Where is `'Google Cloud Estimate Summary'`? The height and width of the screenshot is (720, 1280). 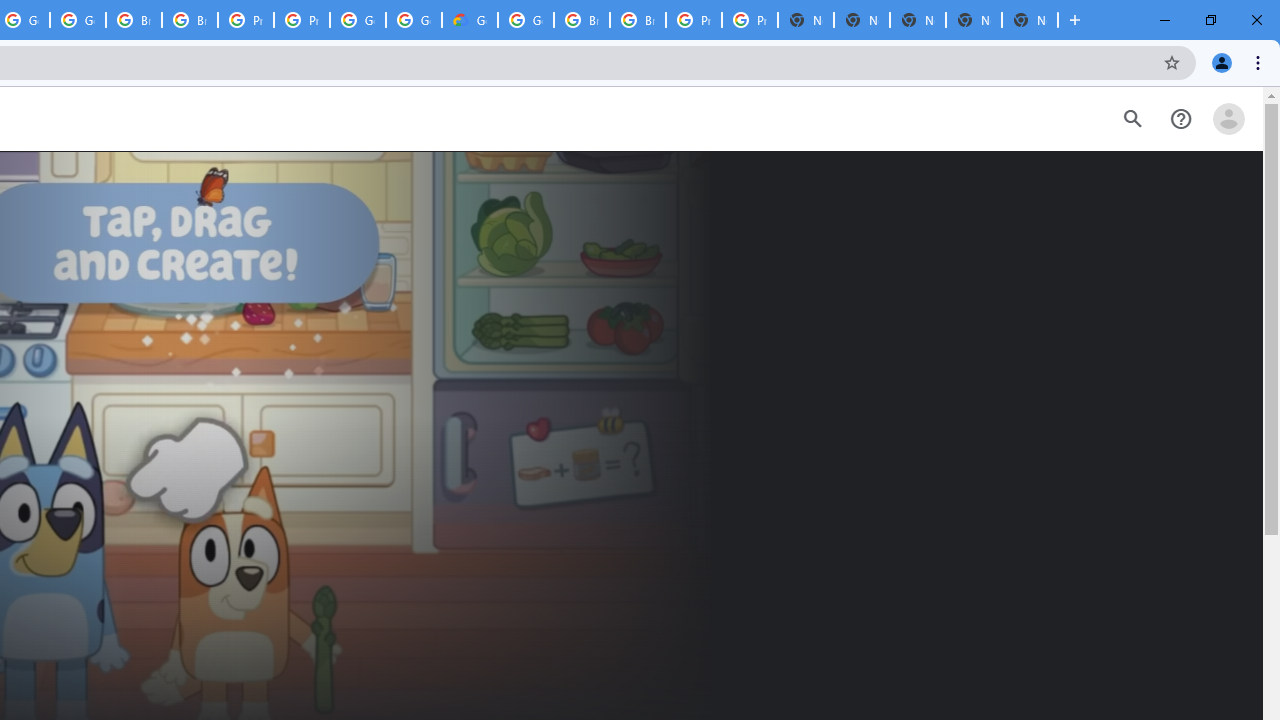
'Google Cloud Estimate Summary' is located at coordinates (468, 20).